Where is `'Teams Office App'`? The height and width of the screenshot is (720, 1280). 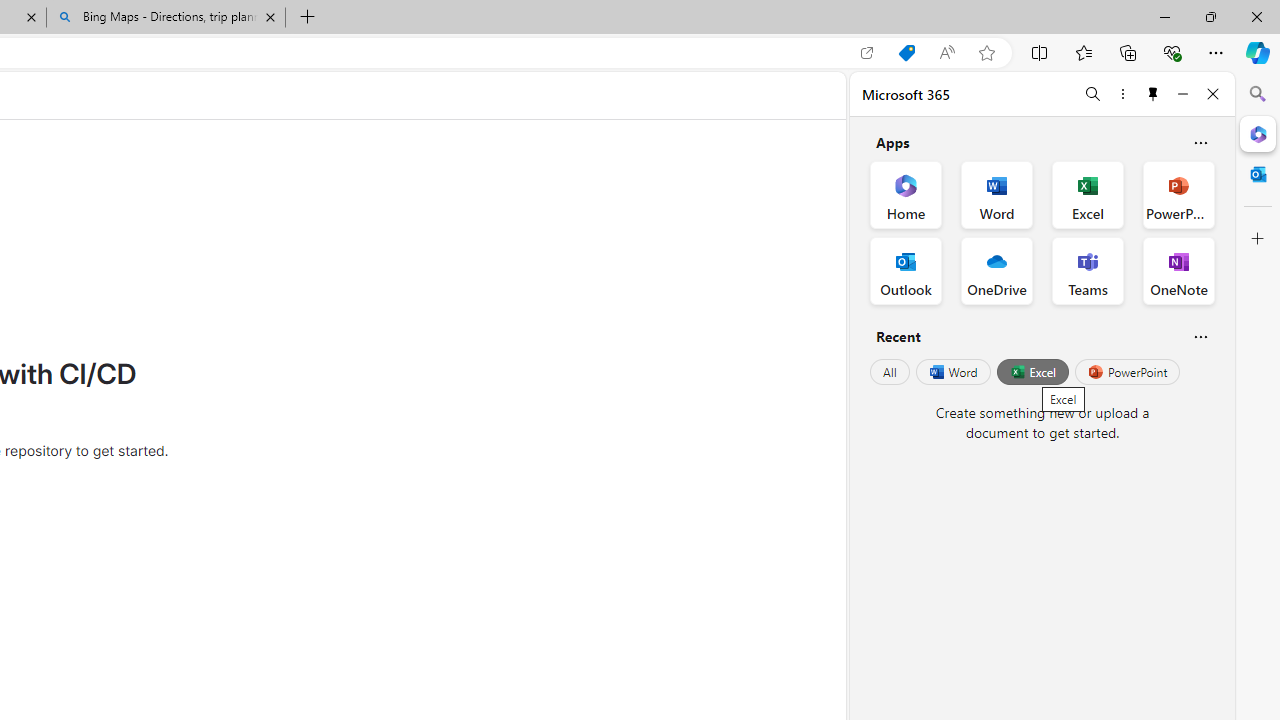
'Teams Office App' is located at coordinates (1087, 271).